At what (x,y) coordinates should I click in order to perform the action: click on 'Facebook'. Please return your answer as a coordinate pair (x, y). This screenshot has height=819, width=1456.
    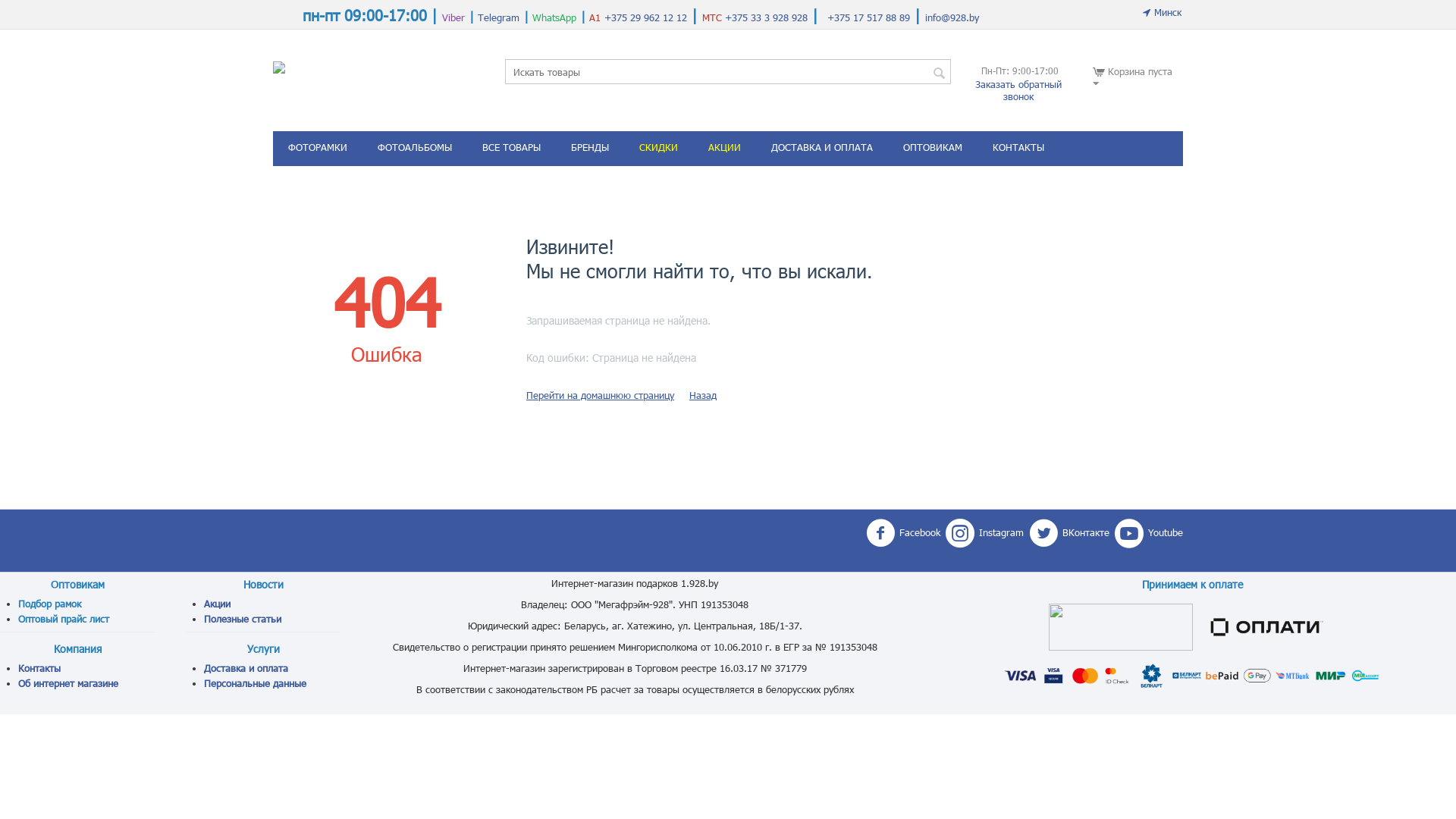
    Looking at the image, I should click on (902, 532).